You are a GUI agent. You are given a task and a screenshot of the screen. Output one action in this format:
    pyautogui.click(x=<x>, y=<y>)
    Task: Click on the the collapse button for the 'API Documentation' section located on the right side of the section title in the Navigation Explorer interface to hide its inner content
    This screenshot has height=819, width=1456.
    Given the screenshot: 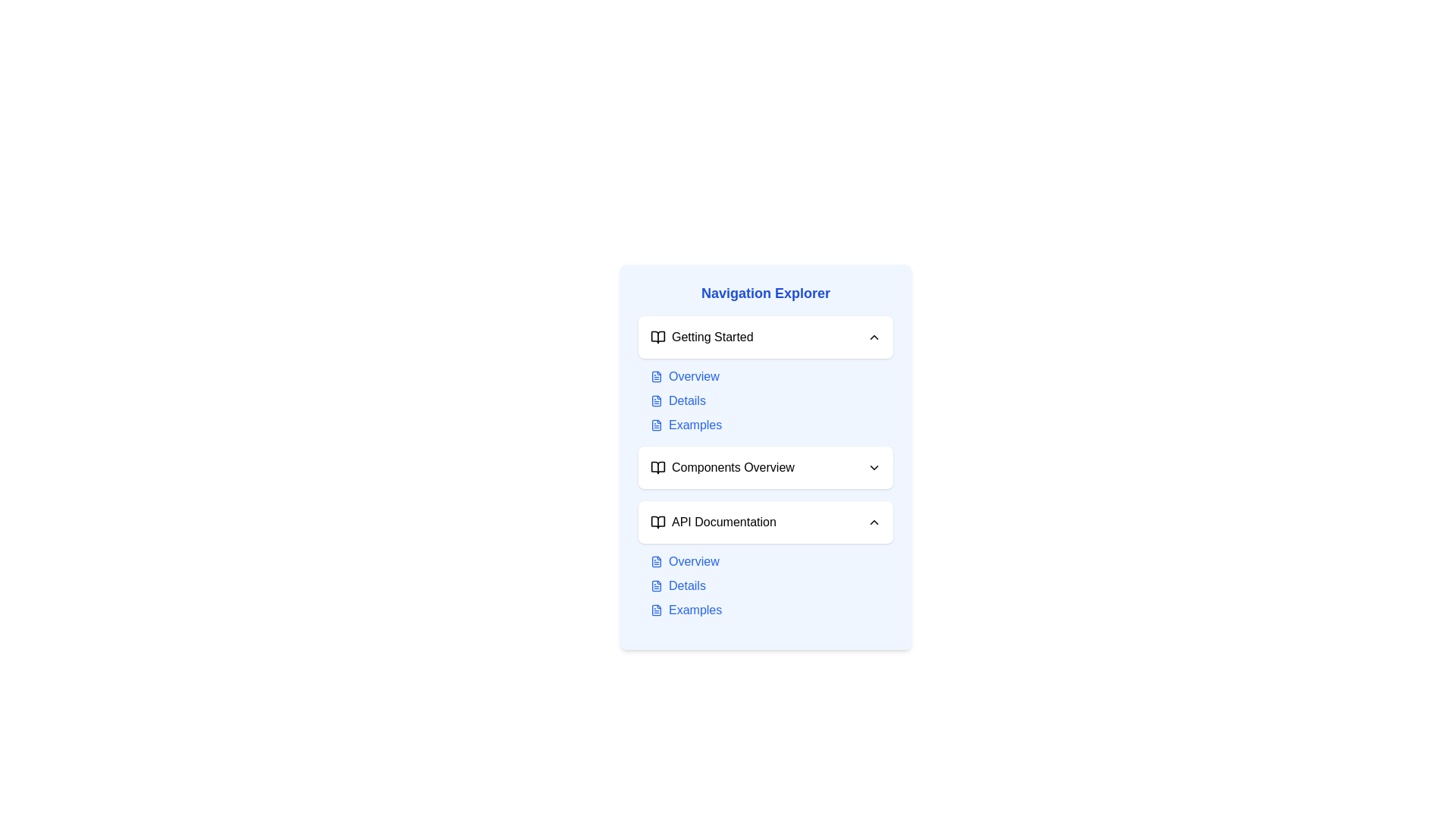 What is the action you would take?
    pyautogui.click(x=874, y=522)
    